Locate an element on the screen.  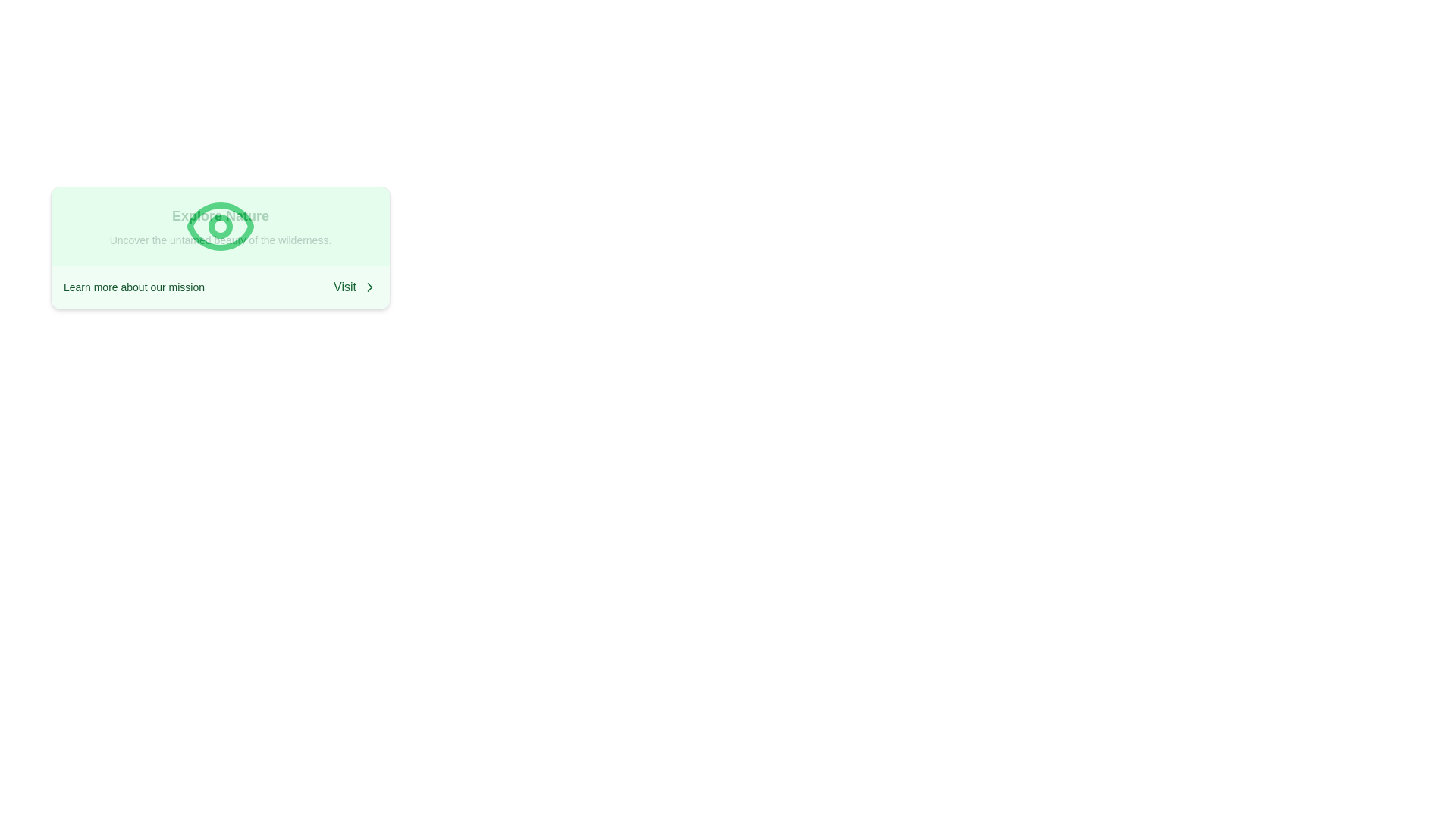
the 'Explore Nature' text block with a light green background and an eye-shaped icon located at the center of the card's upper section is located at coordinates (220, 227).